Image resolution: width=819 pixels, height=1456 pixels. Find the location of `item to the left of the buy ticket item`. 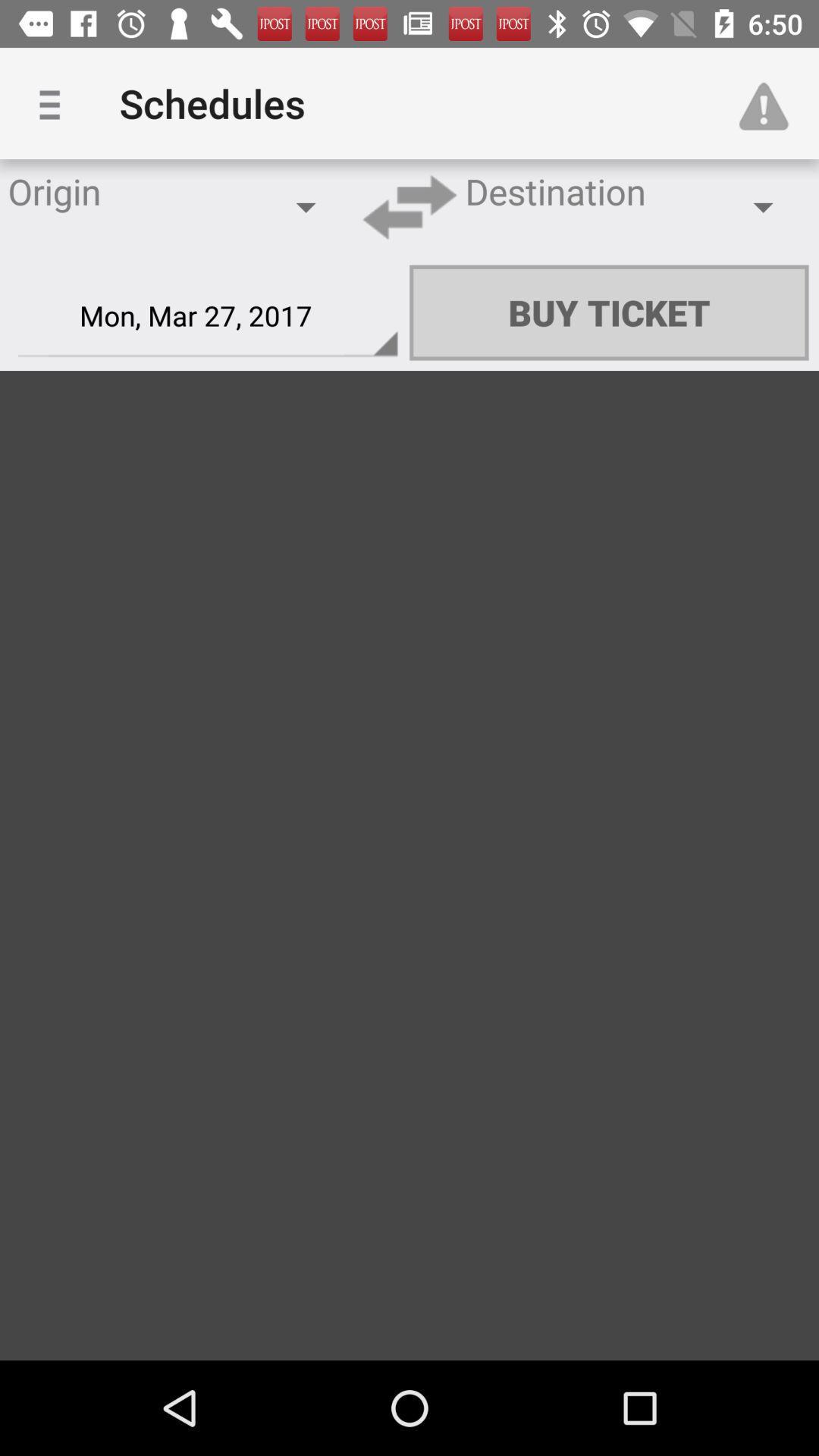

item to the left of the buy ticket item is located at coordinates (208, 315).